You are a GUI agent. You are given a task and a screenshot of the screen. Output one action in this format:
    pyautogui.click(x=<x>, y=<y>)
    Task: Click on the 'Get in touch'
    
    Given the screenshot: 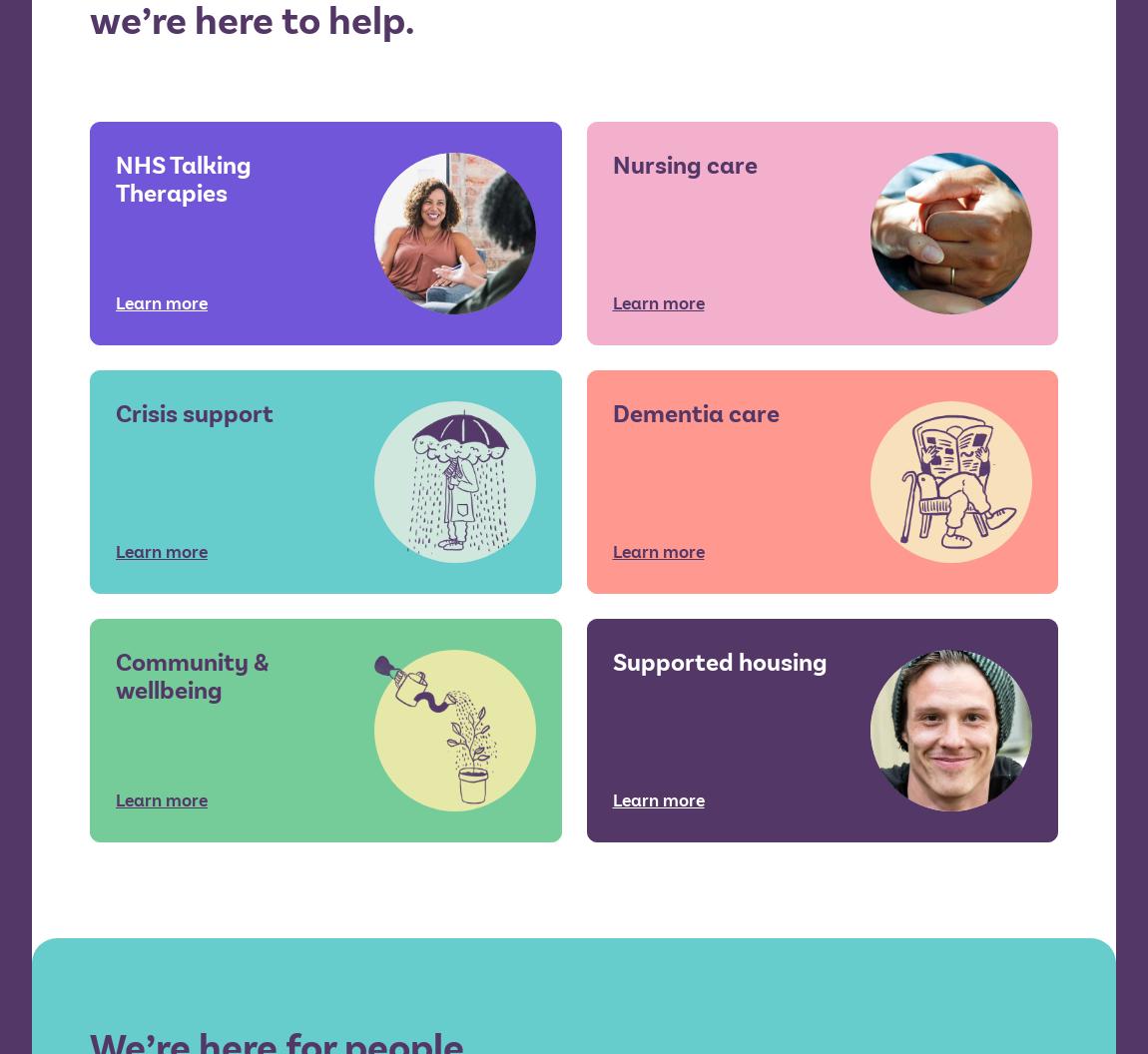 What is the action you would take?
    pyautogui.click(x=134, y=498)
    